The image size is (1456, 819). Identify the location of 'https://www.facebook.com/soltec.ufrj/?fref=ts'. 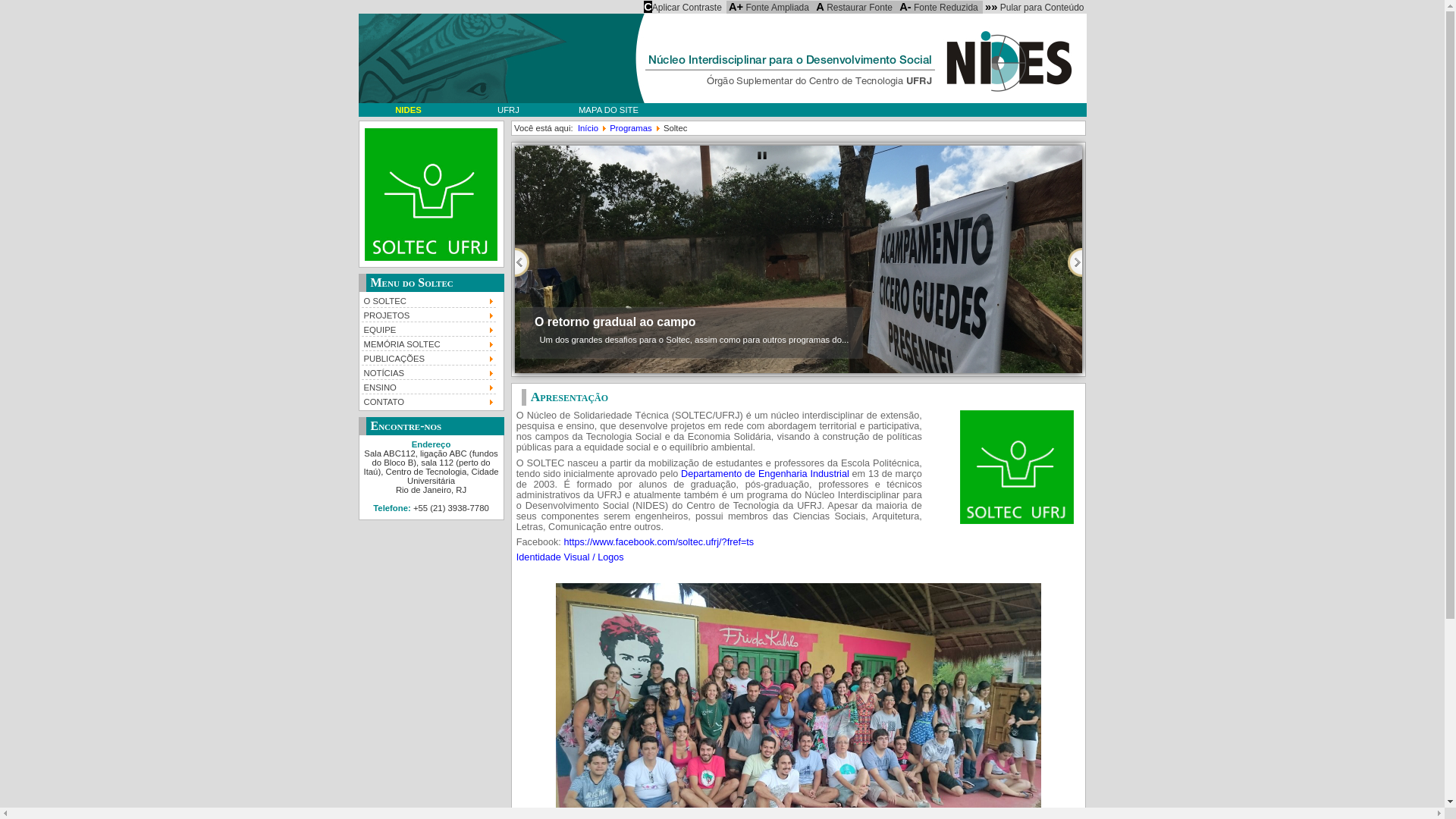
(658, 541).